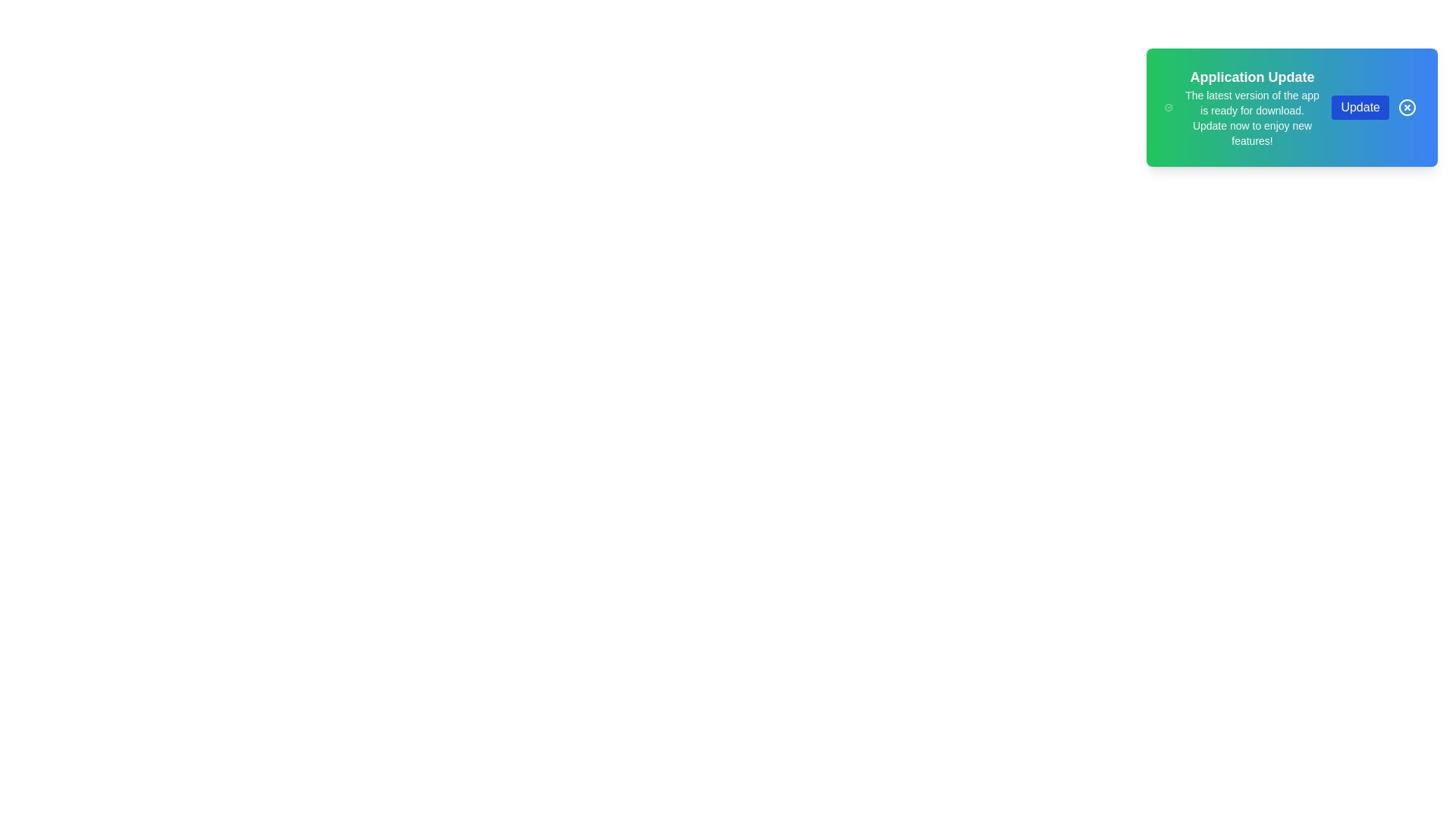 Image resolution: width=1456 pixels, height=819 pixels. What do you see at coordinates (1360, 107) in the screenshot?
I see `the 'Update' button to start the update process` at bounding box center [1360, 107].